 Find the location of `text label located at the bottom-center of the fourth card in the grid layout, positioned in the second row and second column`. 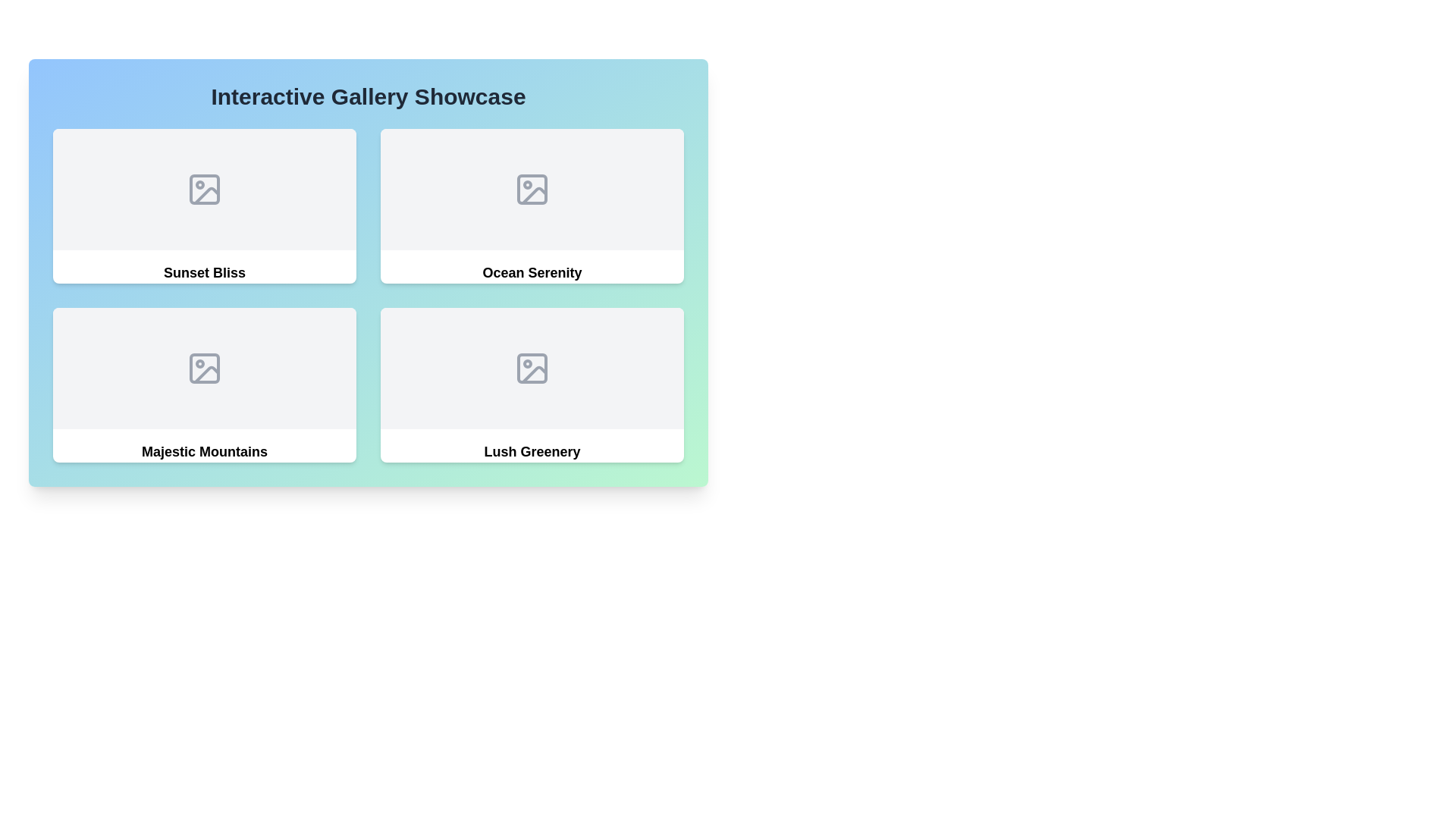

text label located at the bottom-center of the fourth card in the grid layout, positioned in the second row and second column is located at coordinates (532, 451).